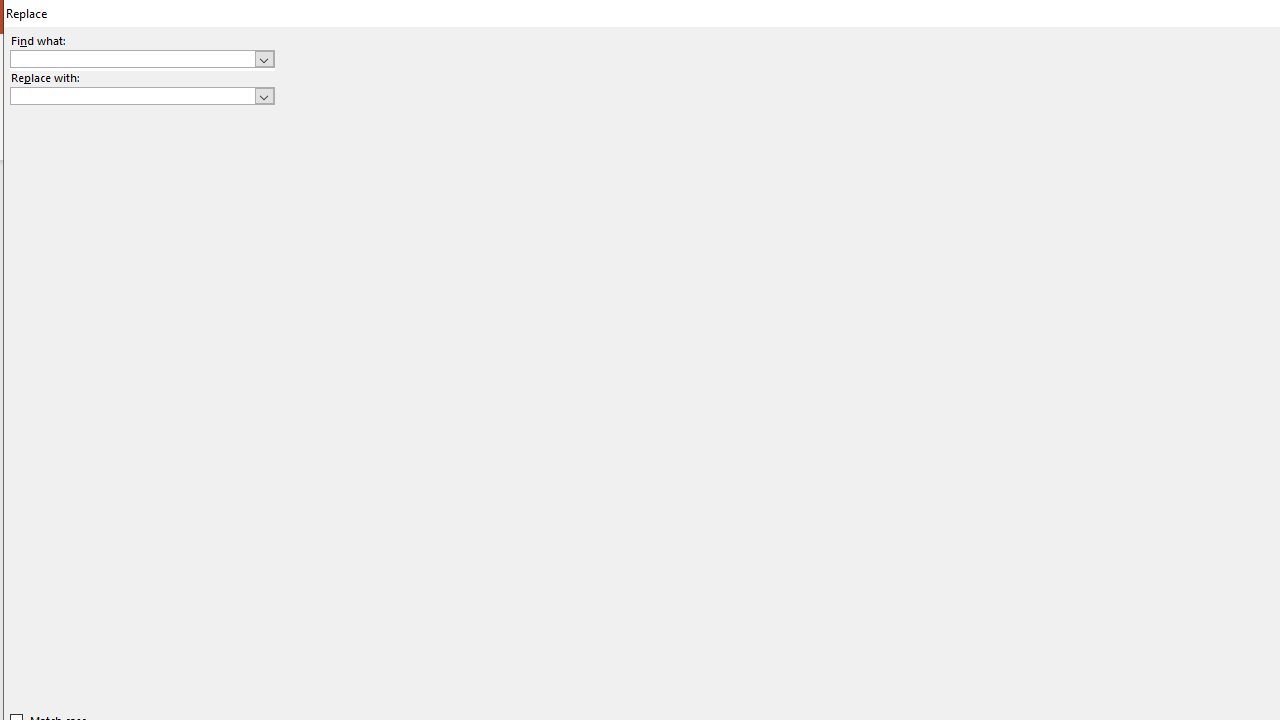 The height and width of the screenshot is (720, 1280). I want to click on 'Find what', so click(132, 58).